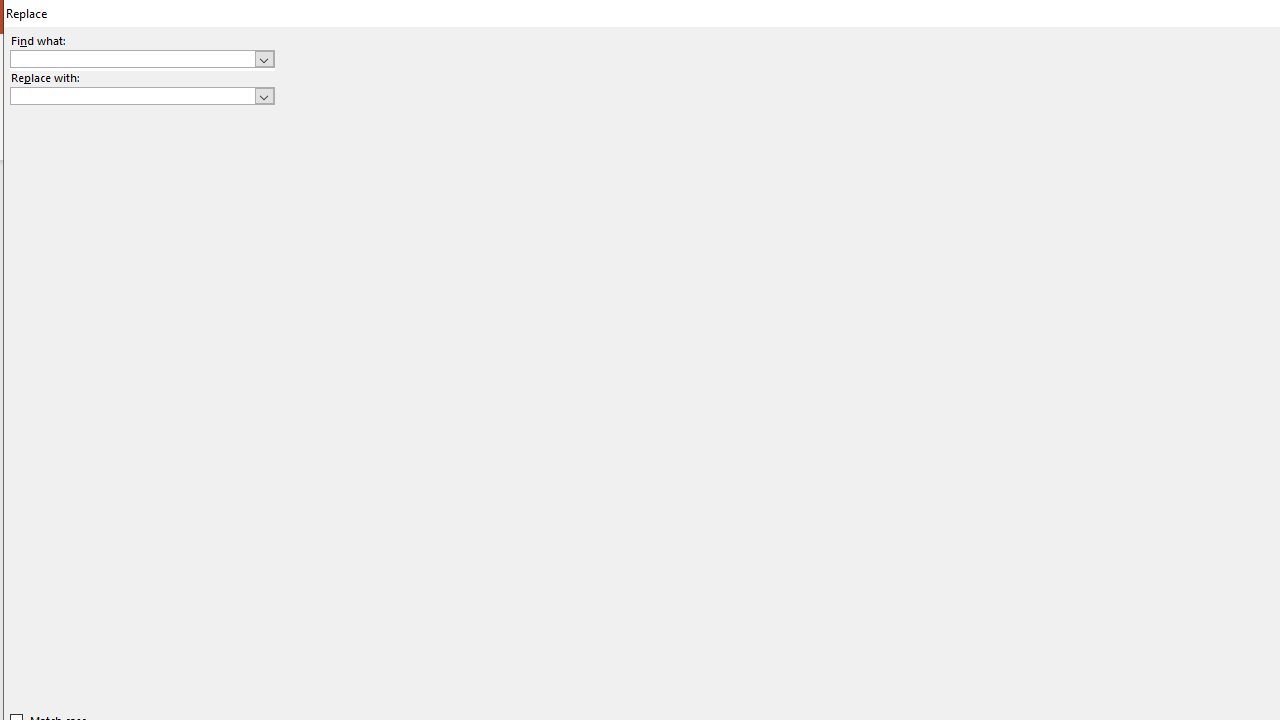 The height and width of the screenshot is (720, 1280). I want to click on 'Find what', so click(132, 58).